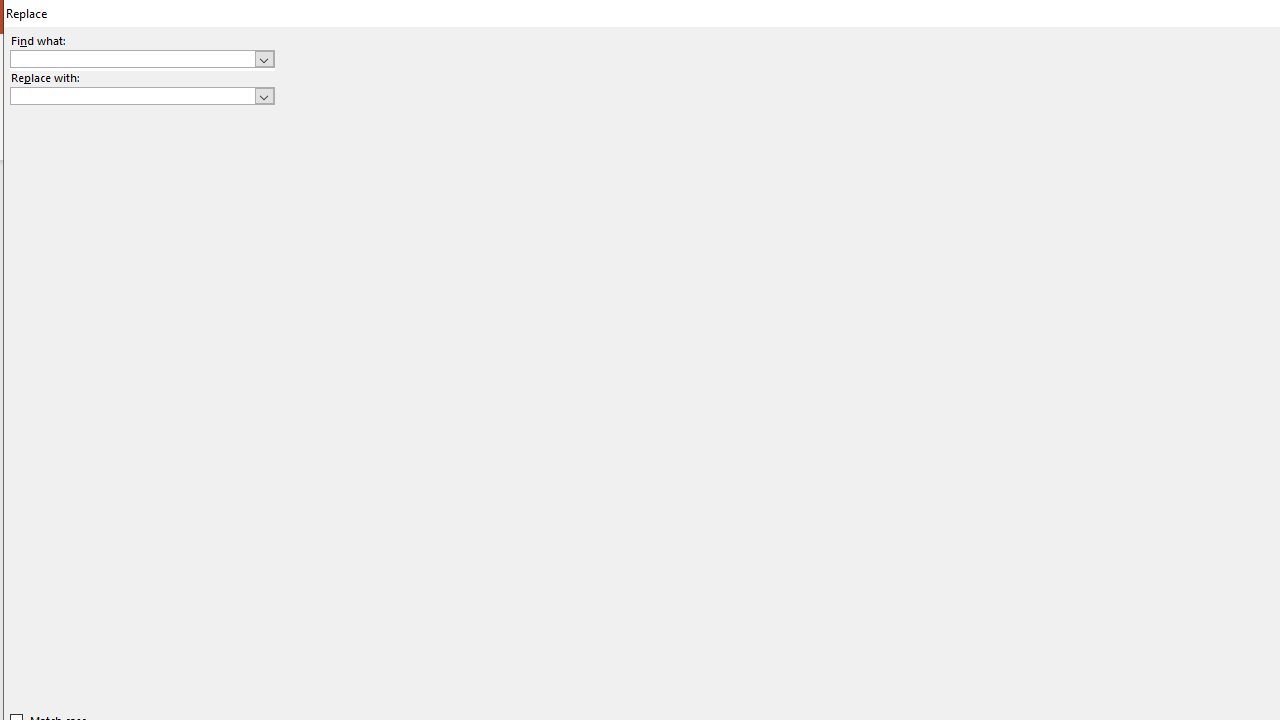 The height and width of the screenshot is (720, 1280). I want to click on 'Find what', so click(132, 58).